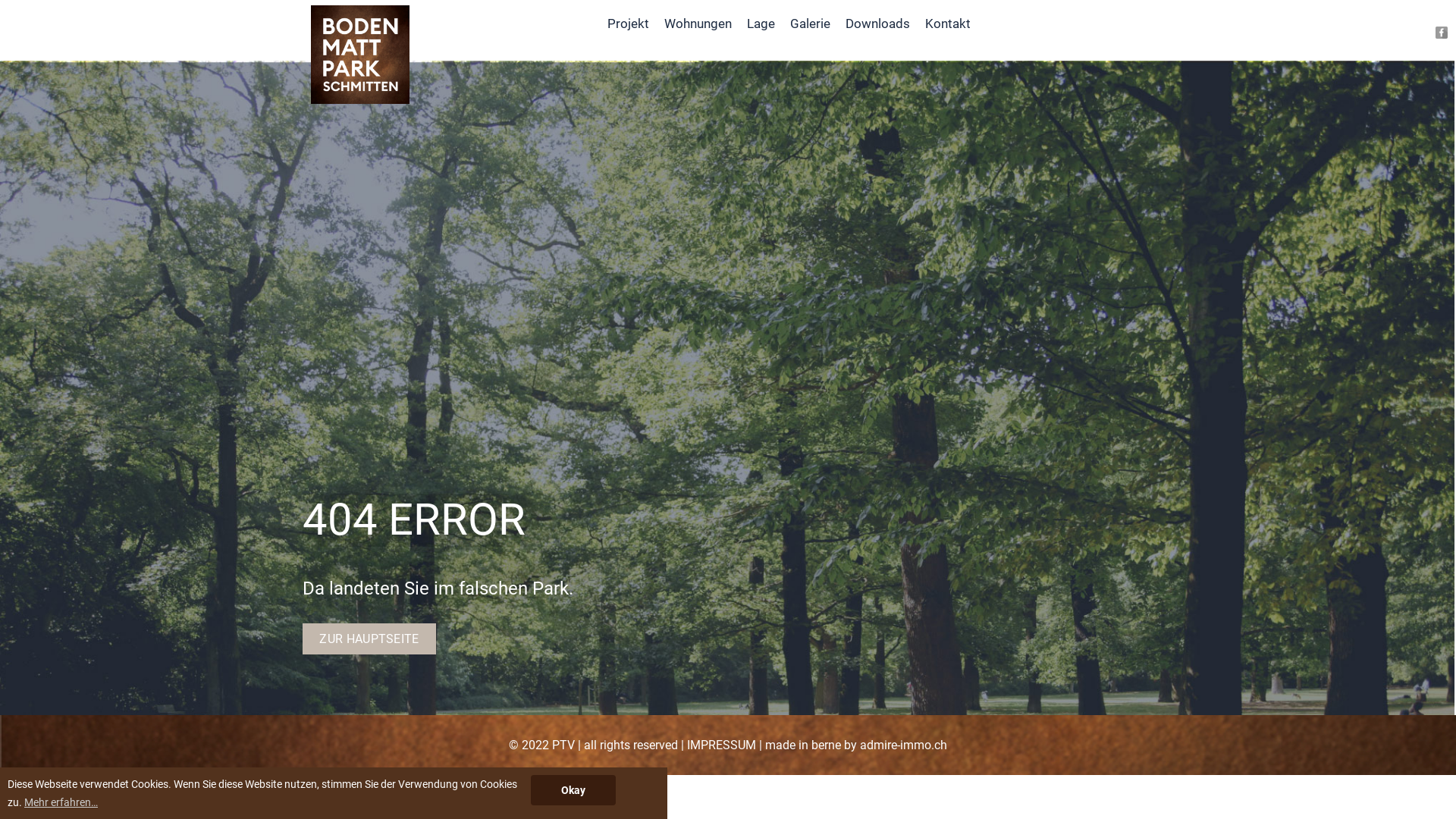 Image resolution: width=1456 pixels, height=819 pixels. Describe the element at coordinates (531, 789) in the screenshot. I see `'Okay'` at that location.